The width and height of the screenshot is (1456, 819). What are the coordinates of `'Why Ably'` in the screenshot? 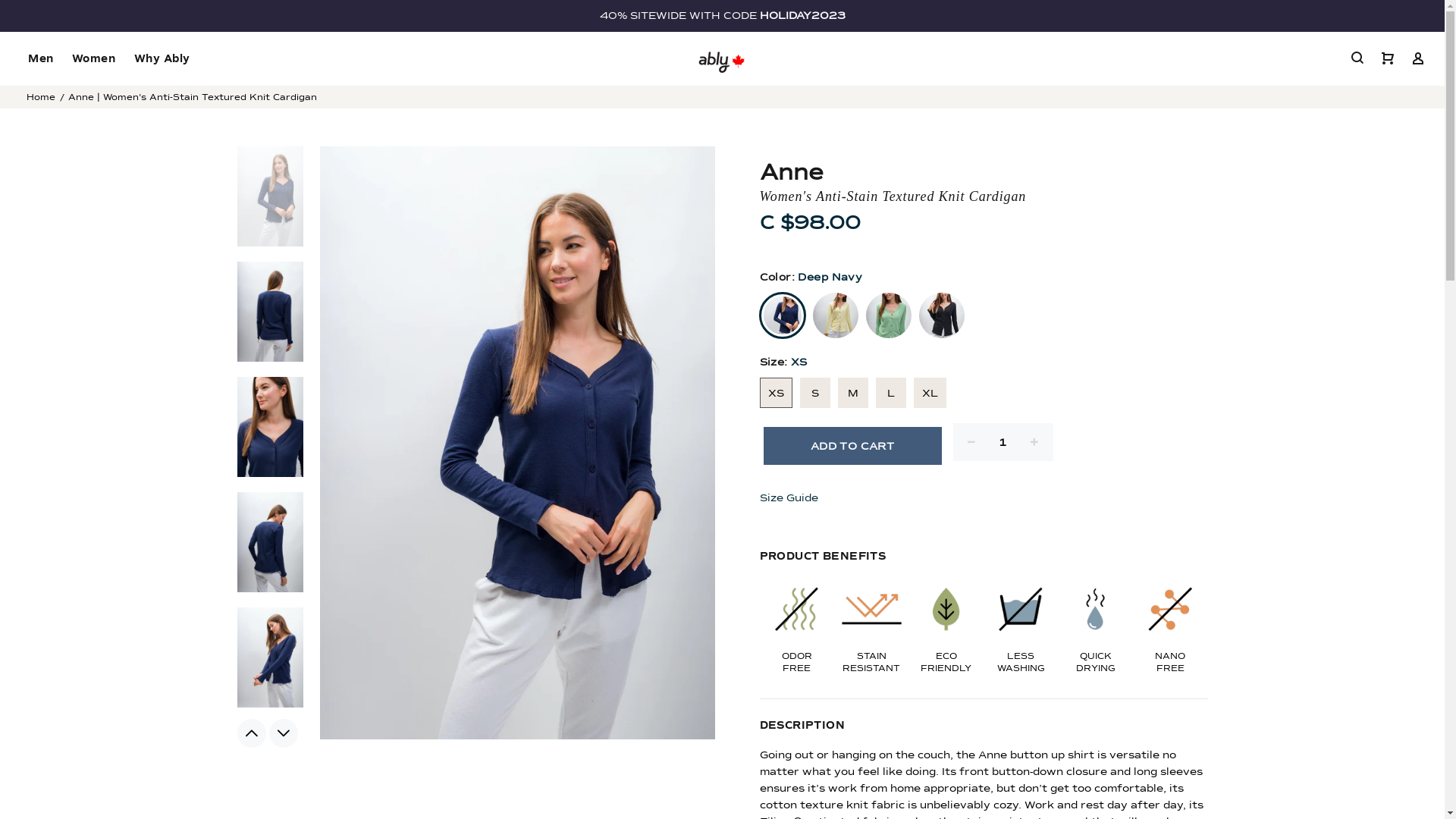 It's located at (156, 58).